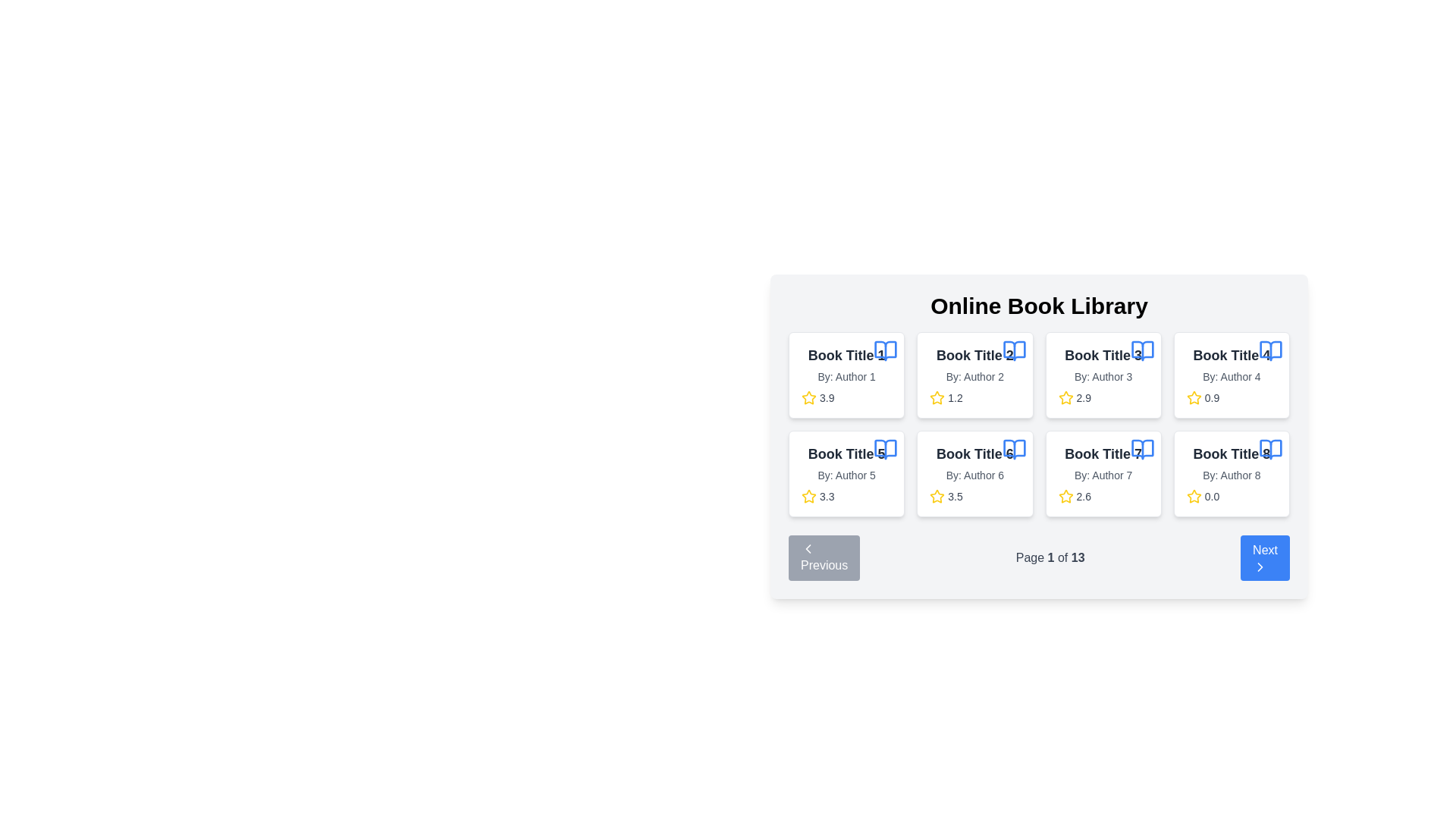  Describe the element at coordinates (846, 453) in the screenshot. I see `the text label that serves as the title for the book card, located in the second row and first column of the grid` at that location.